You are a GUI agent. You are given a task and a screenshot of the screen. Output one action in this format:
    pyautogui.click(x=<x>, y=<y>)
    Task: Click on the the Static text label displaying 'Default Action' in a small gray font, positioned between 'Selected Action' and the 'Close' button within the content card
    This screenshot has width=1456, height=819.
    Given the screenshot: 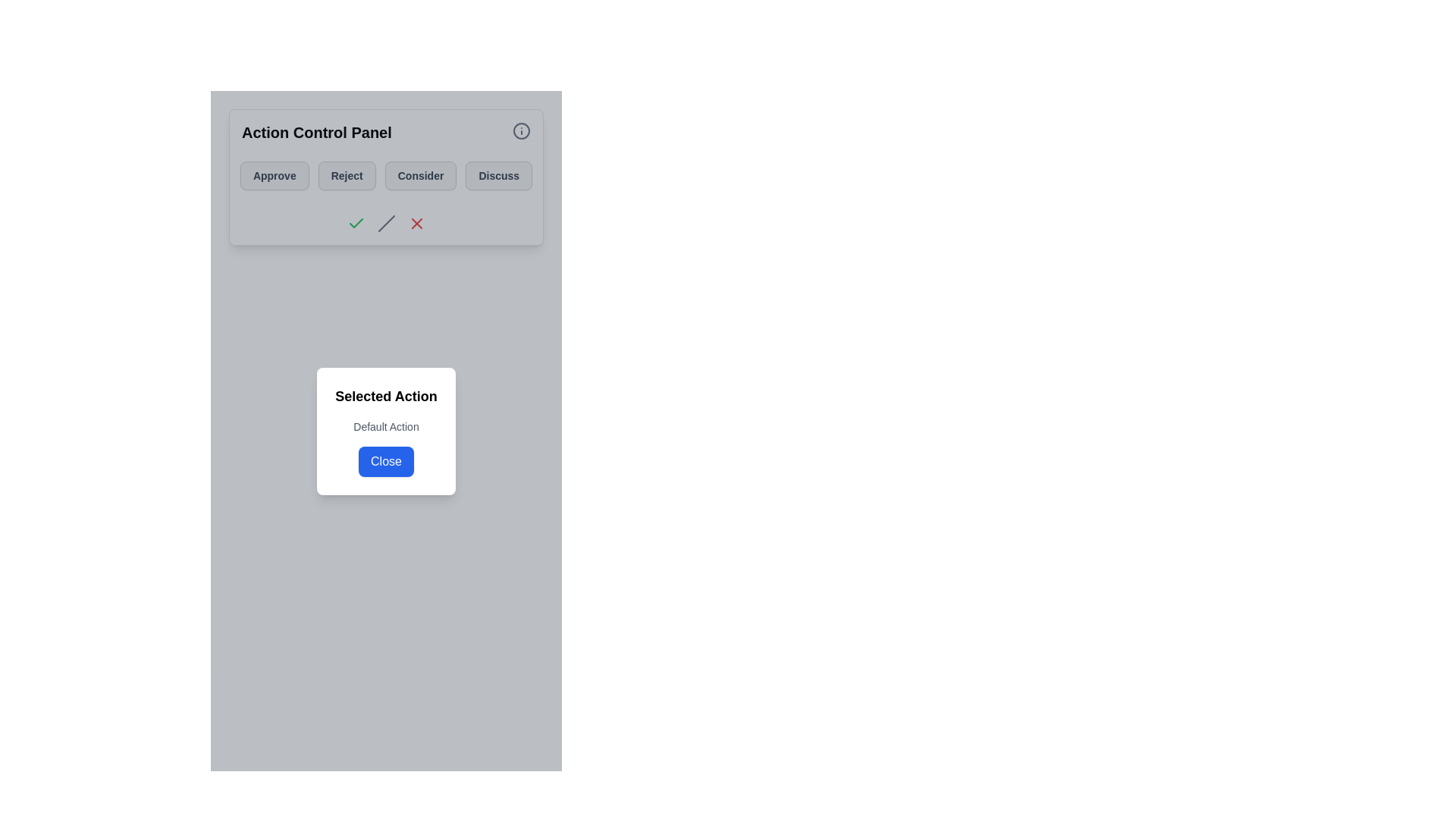 What is the action you would take?
    pyautogui.click(x=386, y=426)
    